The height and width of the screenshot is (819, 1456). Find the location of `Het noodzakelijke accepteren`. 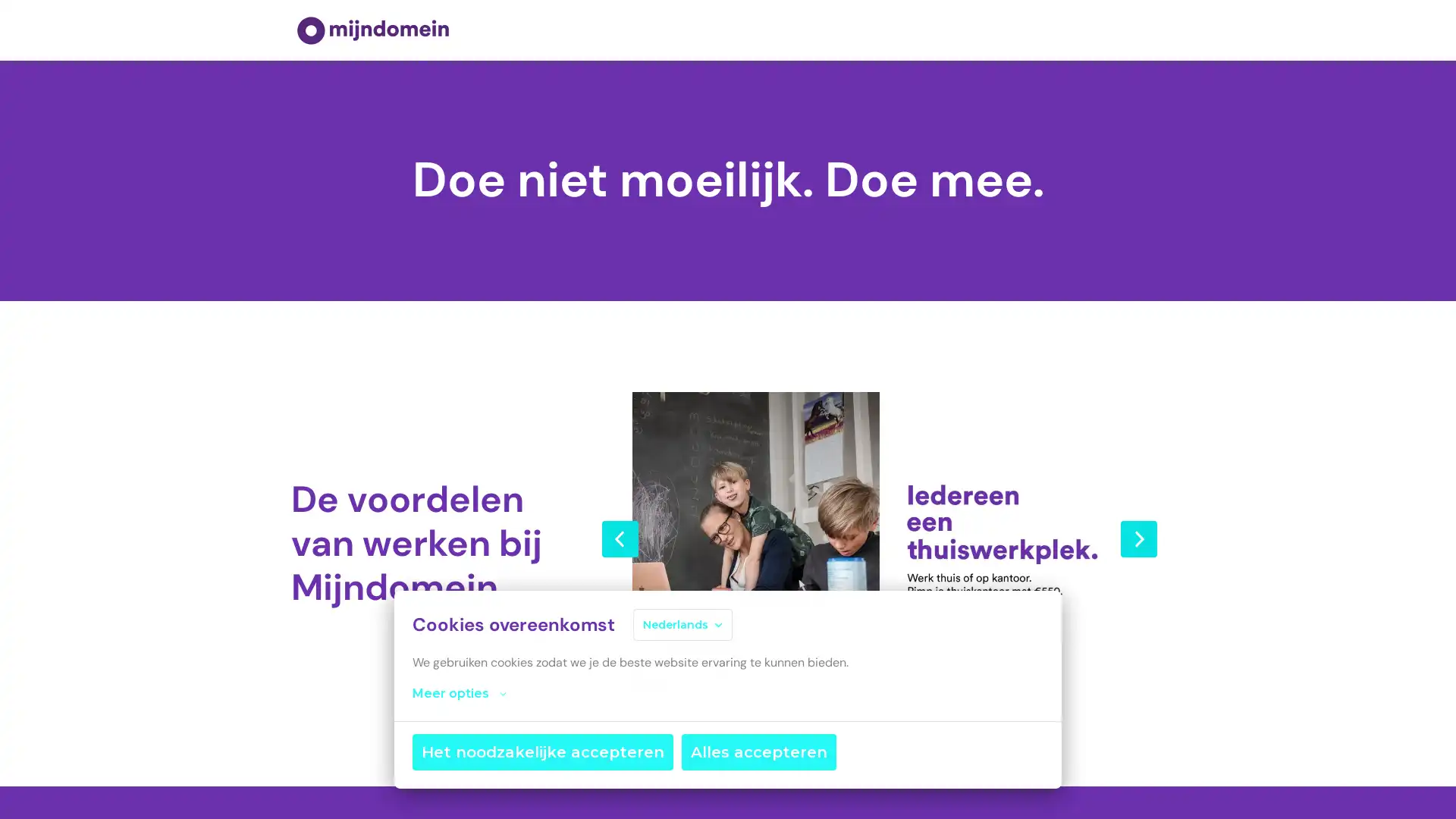

Het noodzakelijke accepteren is located at coordinates (542, 752).